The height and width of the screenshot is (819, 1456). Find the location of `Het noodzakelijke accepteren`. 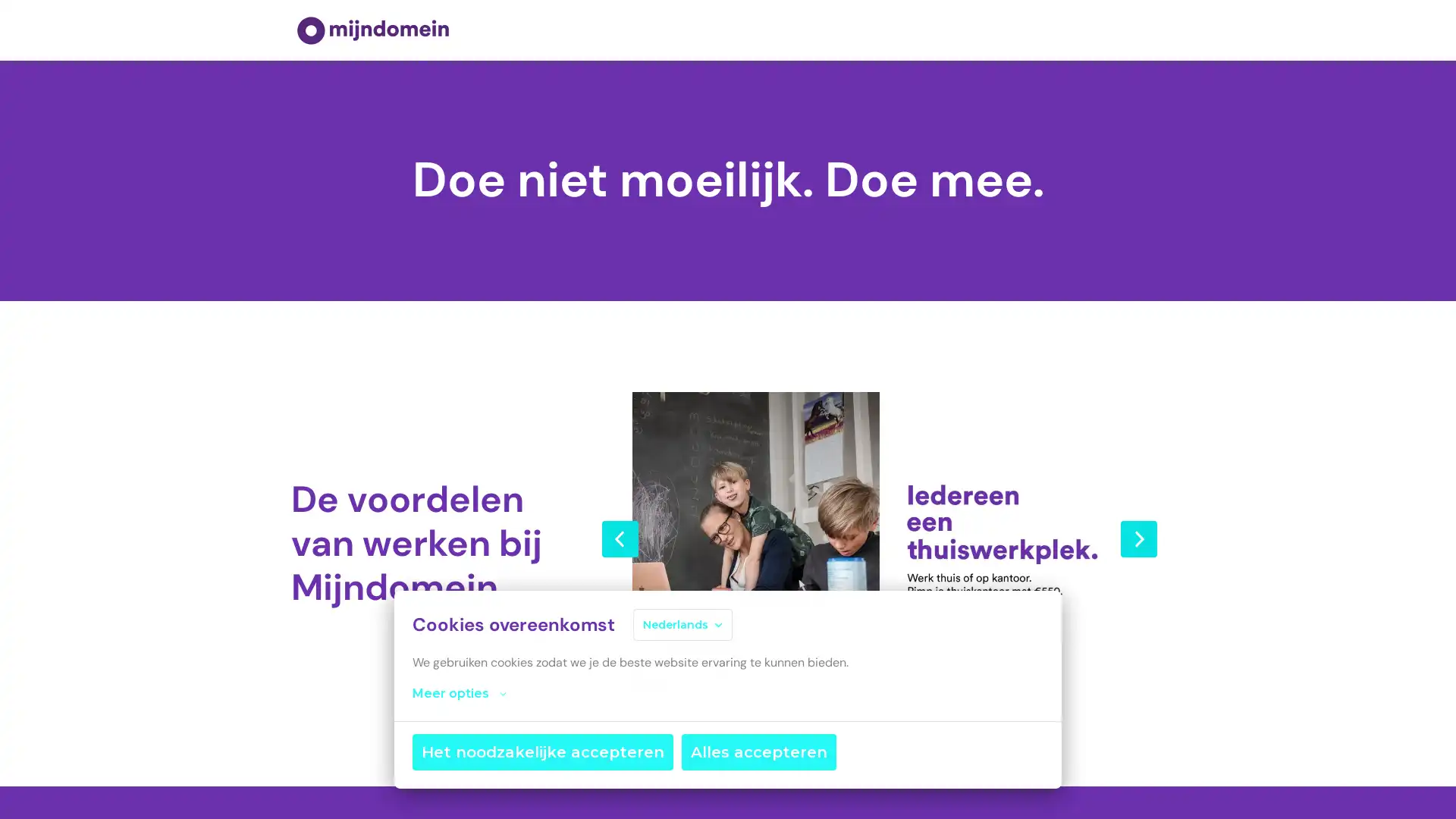

Het noodzakelijke accepteren is located at coordinates (542, 752).